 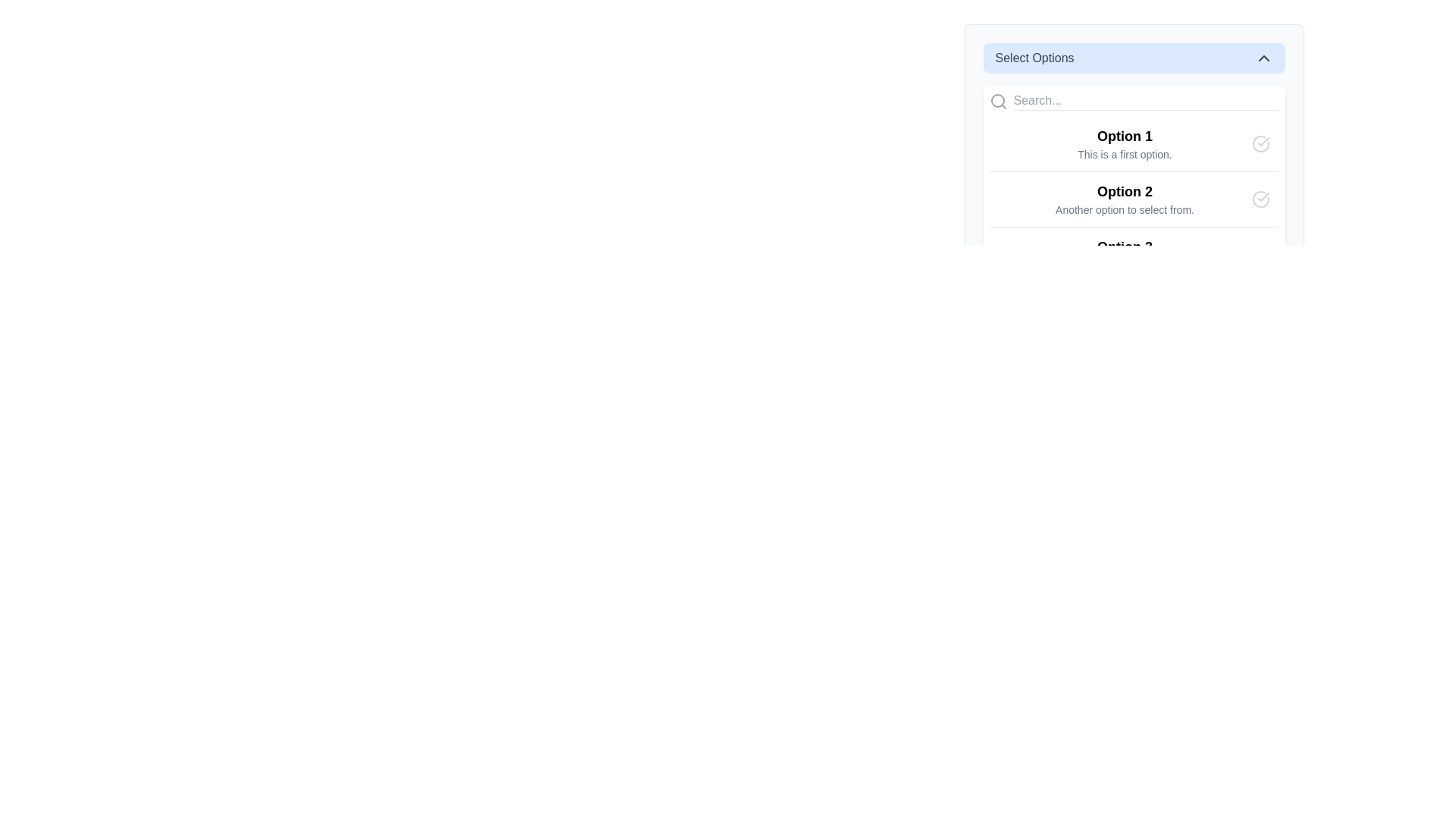 I want to click on the Selectable List Item labeled 'Option 2' with a description 'Another option to select from.', so click(x=1134, y=198).